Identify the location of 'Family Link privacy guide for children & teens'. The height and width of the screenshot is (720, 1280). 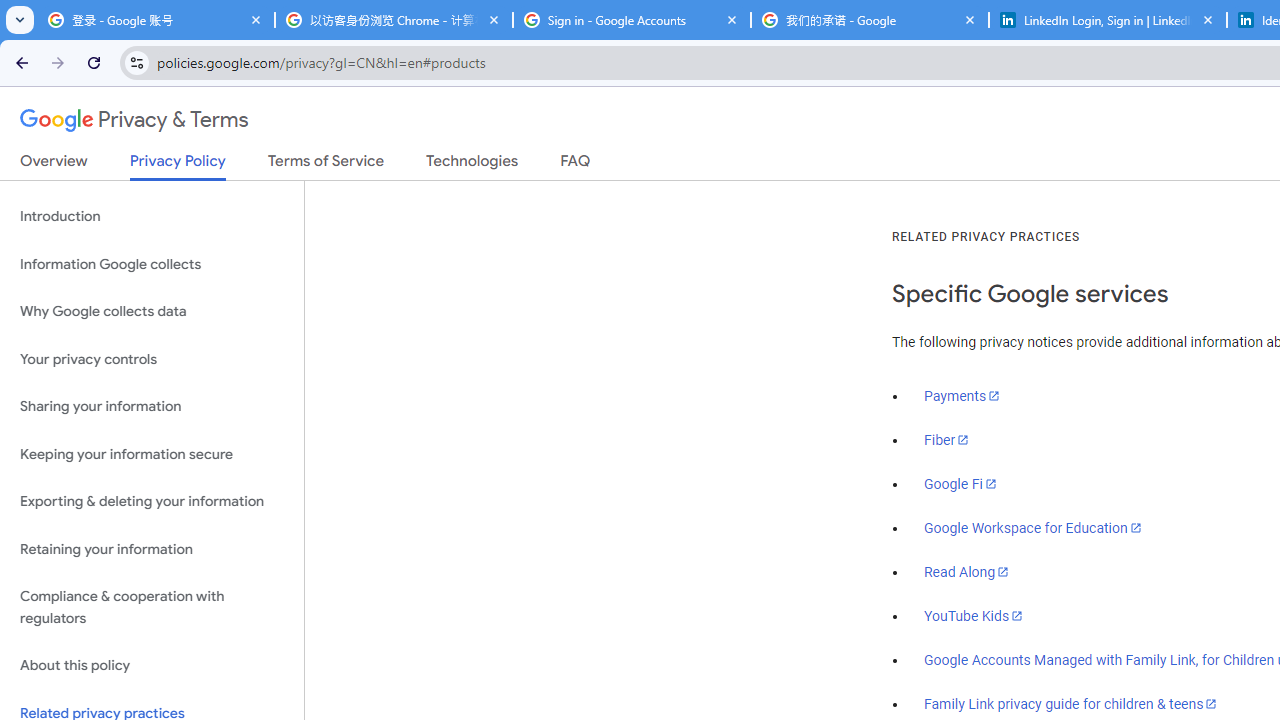
(1070, 702).